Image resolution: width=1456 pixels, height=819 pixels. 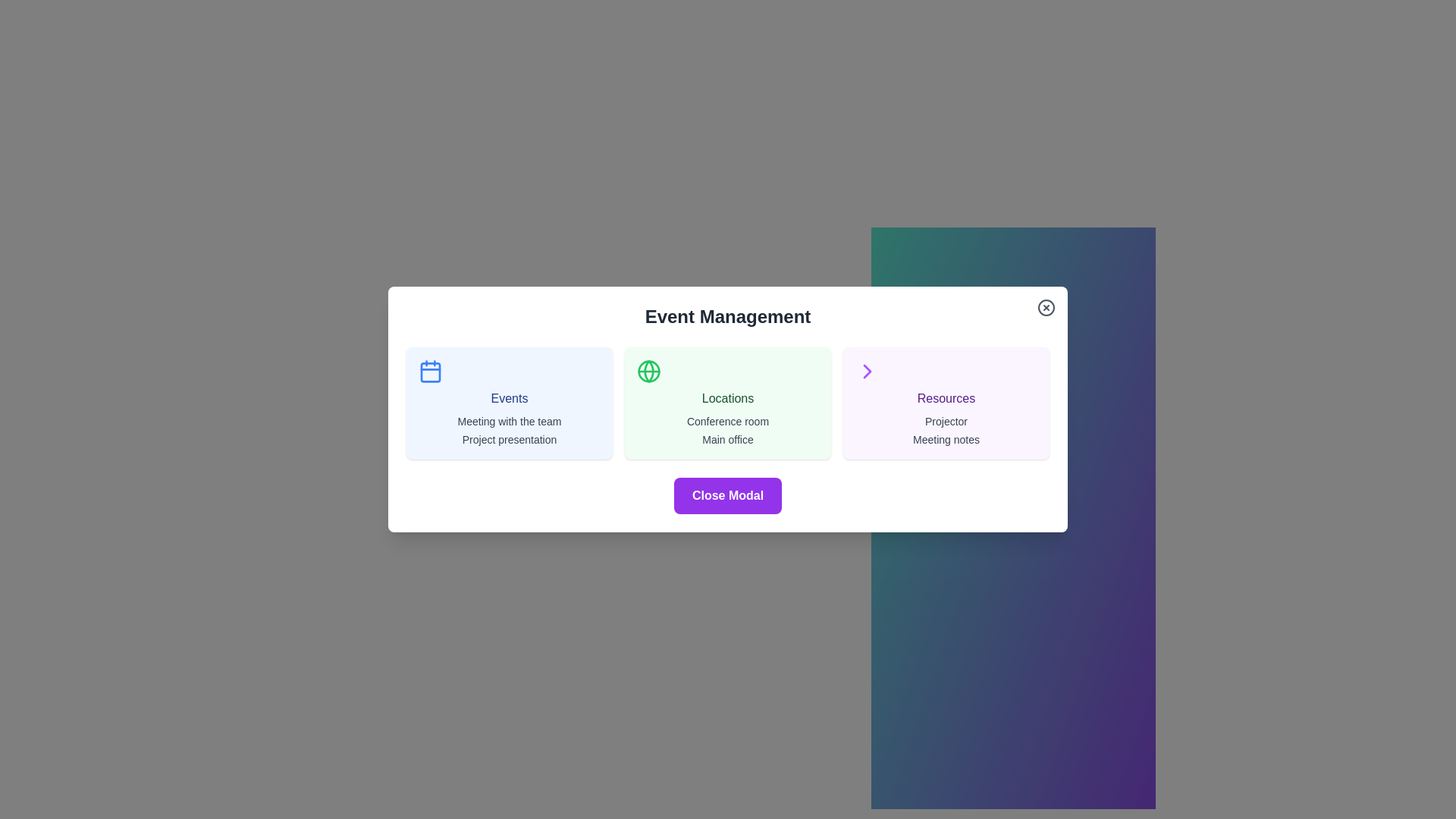 What do you see at coordinates (510, 397) in the screenshot?
I see `the Text label that summarizes the section's content, located below a calendar icon and above the lines 'Meeting with the team' and 'Project presentation'` at bounding box center [510, 397].